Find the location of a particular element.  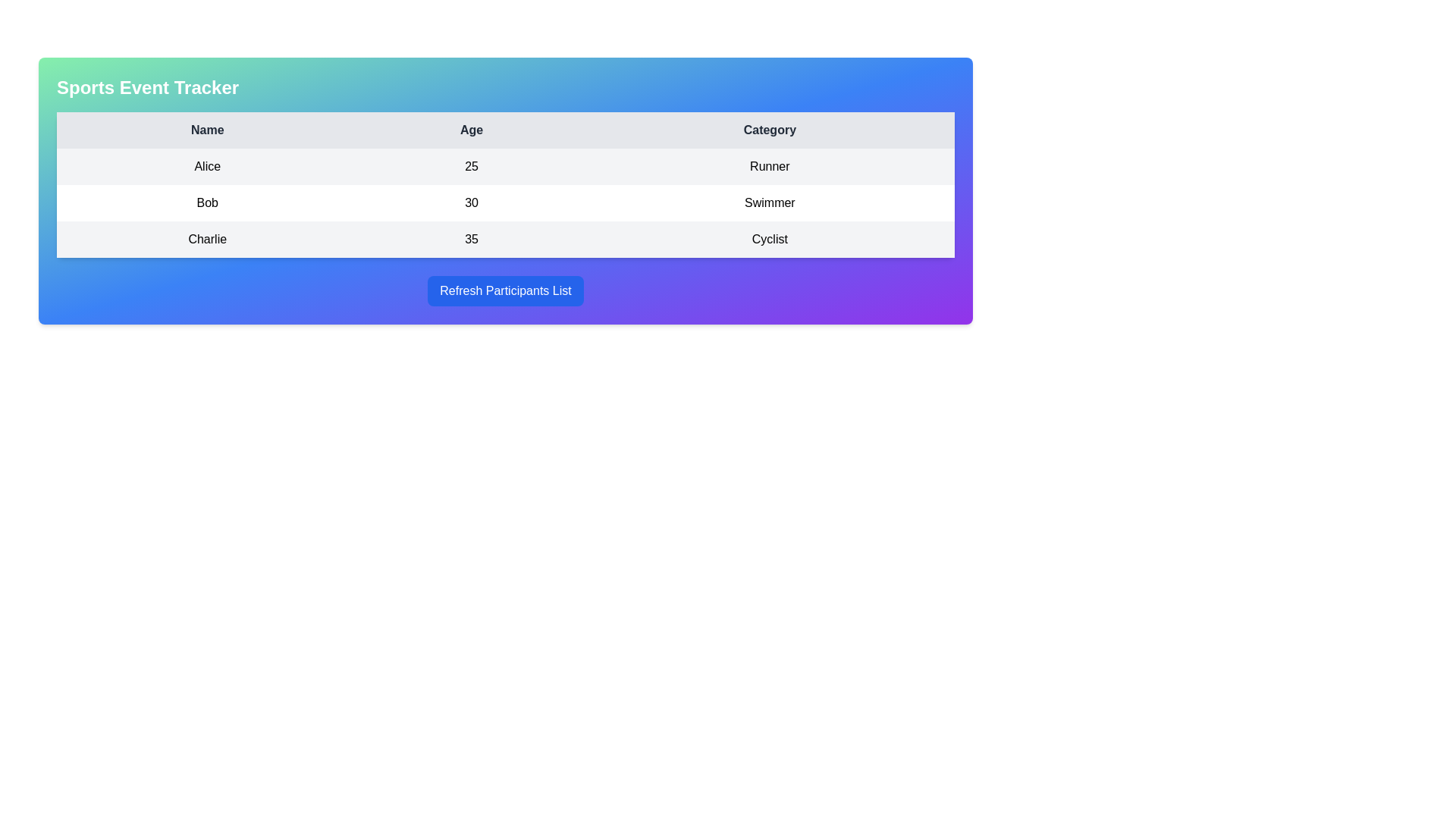

the header cell for the 'Age' column in the table, located between the 'Name' and 'Category' cells is located at coordinates (471, 130).